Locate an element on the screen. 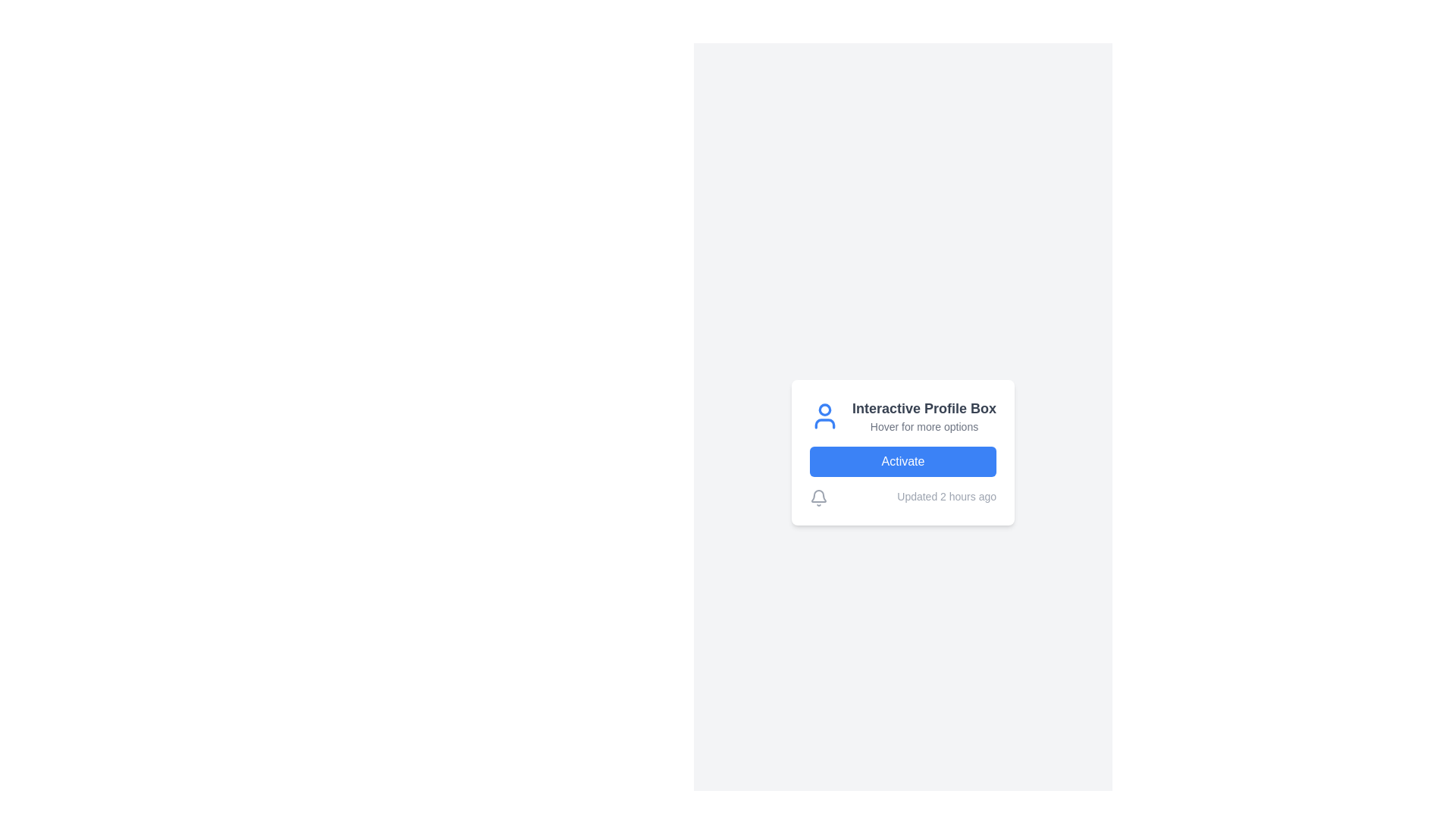 Image resolution: width=1456 pixels, height=819 pixels. the informational text block that reads 'Interactive Profile Box' and 'Hover for more options', located centrally in the card layout below the user icon and above the 'Activate' button is located at coordinates (924, 416).